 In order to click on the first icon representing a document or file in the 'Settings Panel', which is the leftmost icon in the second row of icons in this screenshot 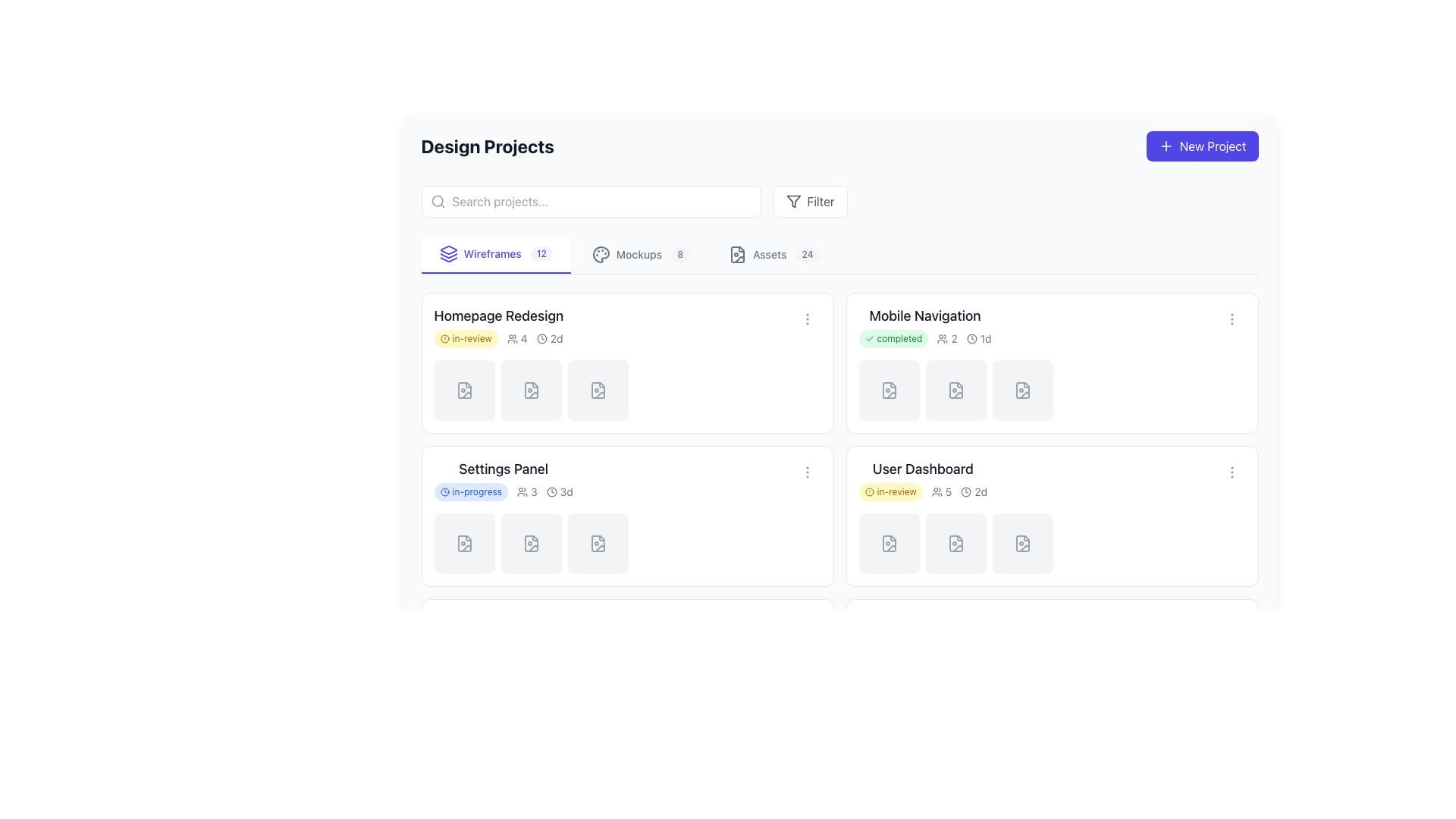, I will do `click(463, 543)`.